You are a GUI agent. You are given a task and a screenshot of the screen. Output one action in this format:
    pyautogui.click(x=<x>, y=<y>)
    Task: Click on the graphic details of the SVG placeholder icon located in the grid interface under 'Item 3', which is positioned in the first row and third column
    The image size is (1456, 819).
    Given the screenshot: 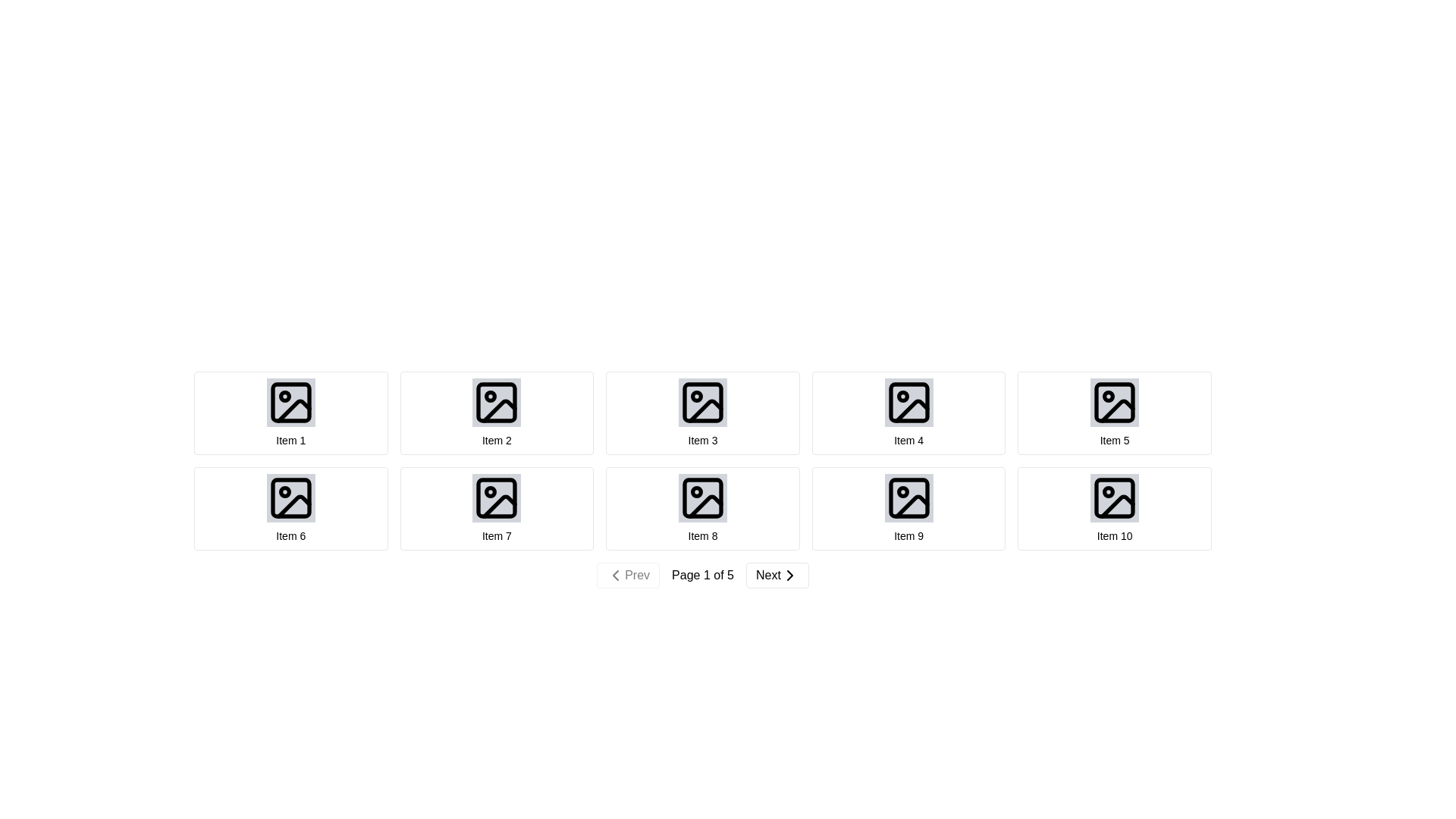 What is the action you would take?
    pyautogui.click(x=701, y=402)
    